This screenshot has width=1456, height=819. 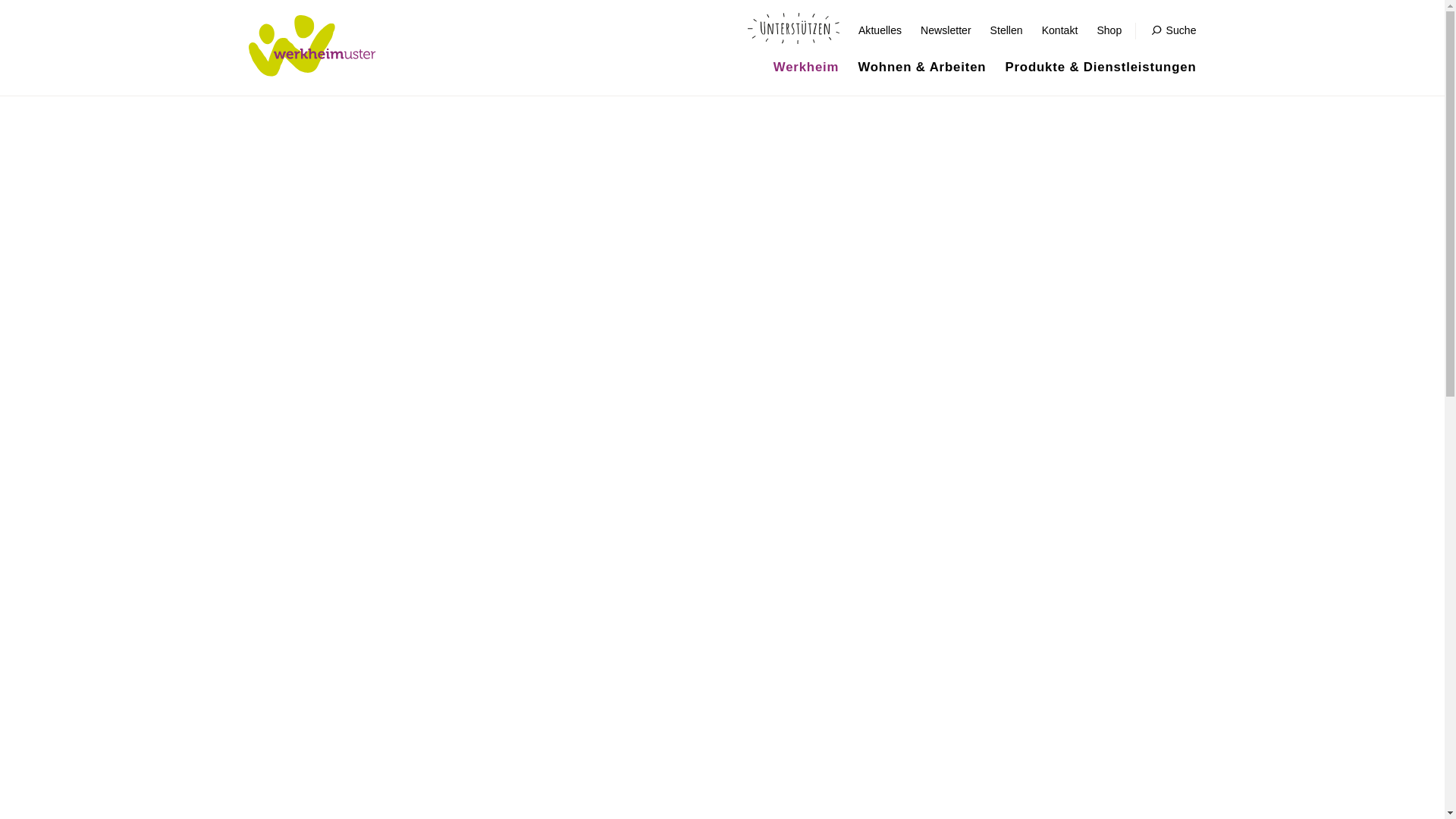 What do you see at coordinates (1100, 66) in the screenshot?
I see `'Produkte & Dienstleistungen'` at bounding box center [1100, 66].